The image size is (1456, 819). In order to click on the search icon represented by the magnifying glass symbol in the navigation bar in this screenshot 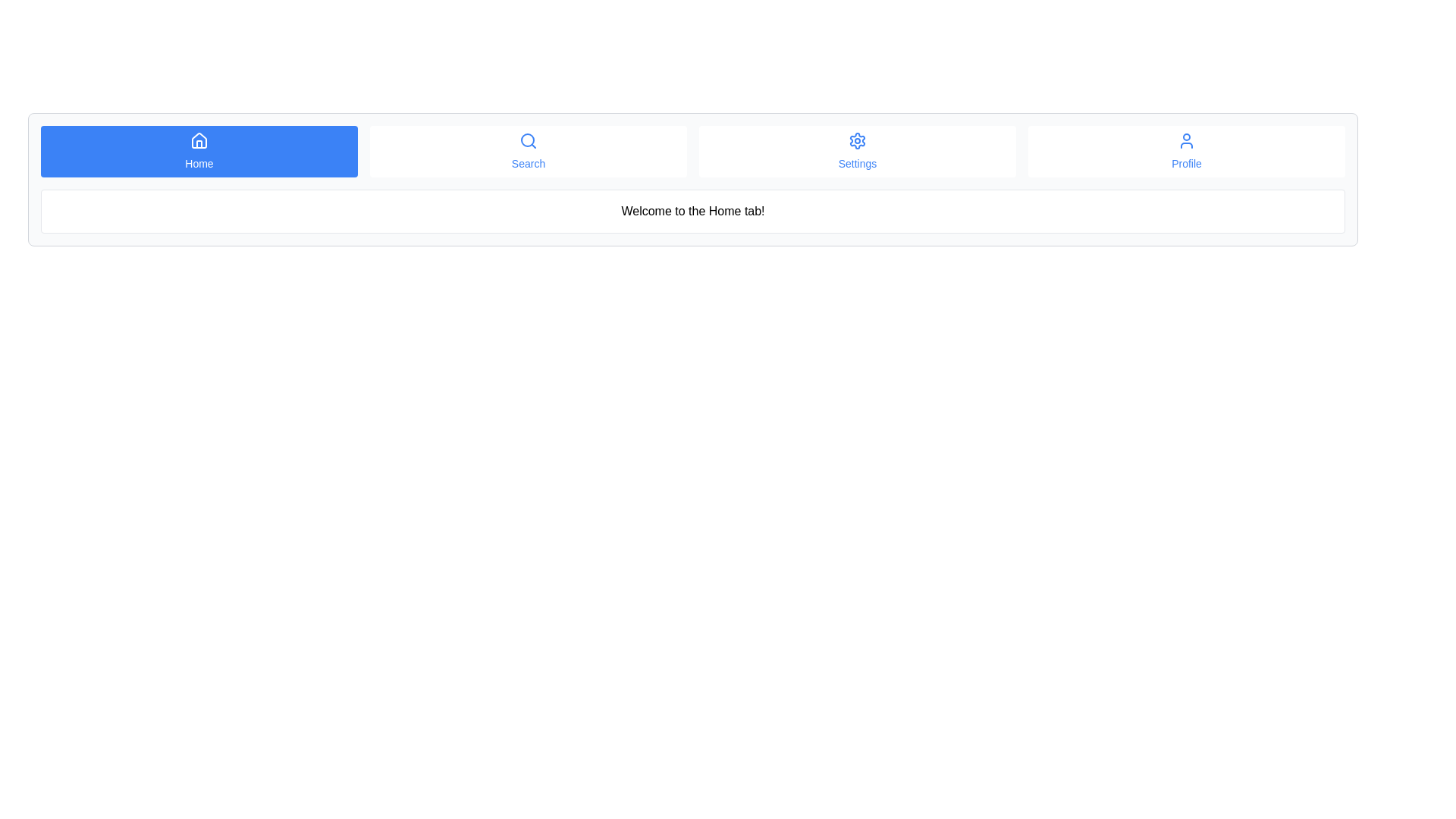, I will do `click(528, 140)`.